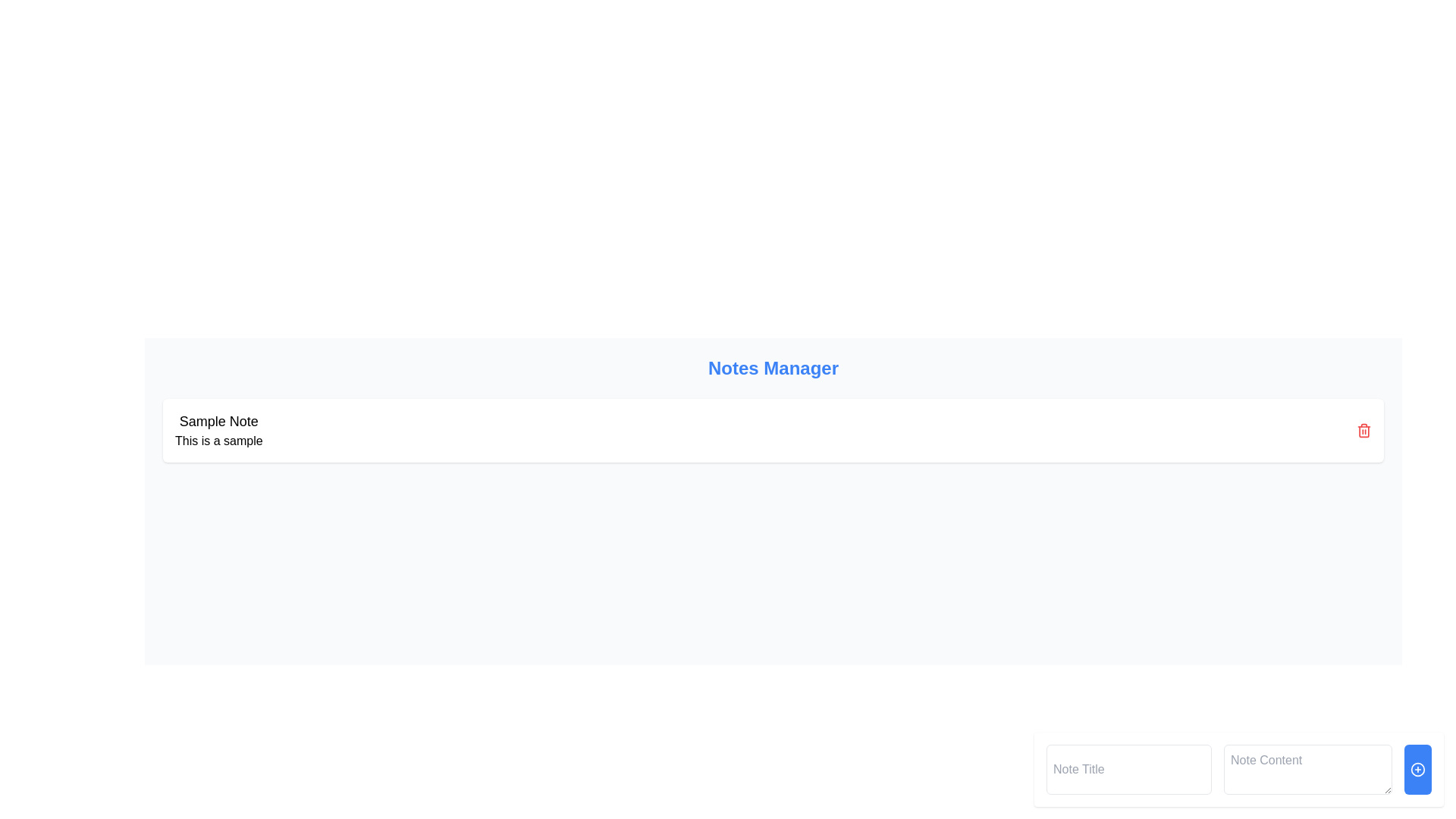 Image resolution: width=1456 pixels, height=819 pixels. I want to click on the button containing the circular icon component located at the bottom right corner of the interface, so click(1417, 769).